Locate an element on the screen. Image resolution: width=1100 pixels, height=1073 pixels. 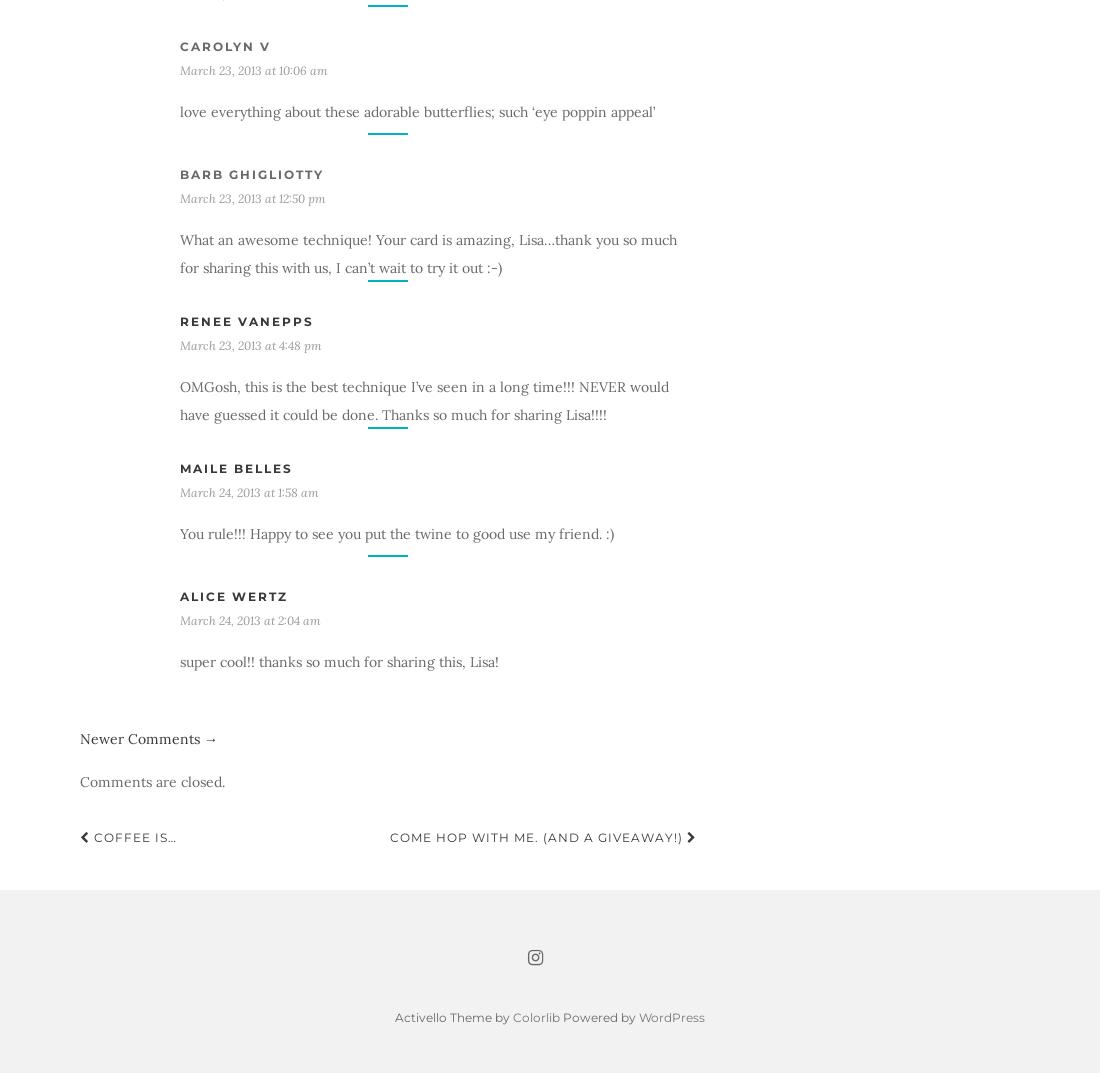
'What an awesome technique! Your card is amazing, Lisa…thank you so much for sharing this with us, I can’t wait to try it out :-)' is located at coordinates (178, 252).